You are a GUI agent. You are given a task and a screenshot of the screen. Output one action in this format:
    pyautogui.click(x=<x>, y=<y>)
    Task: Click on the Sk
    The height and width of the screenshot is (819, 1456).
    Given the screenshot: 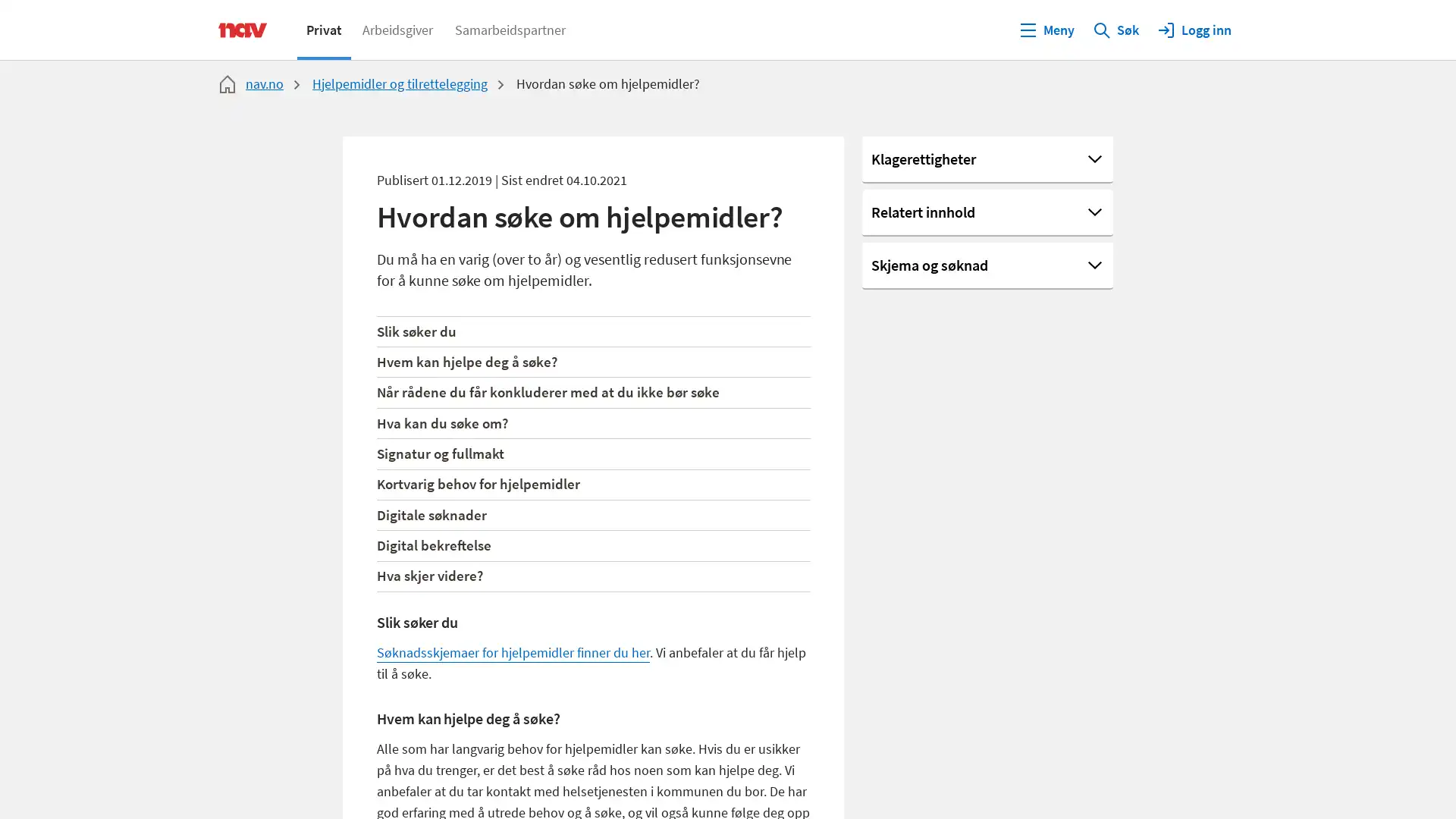 What is the action you would take?
    pyautogui.click(x=1116, y=29)
    